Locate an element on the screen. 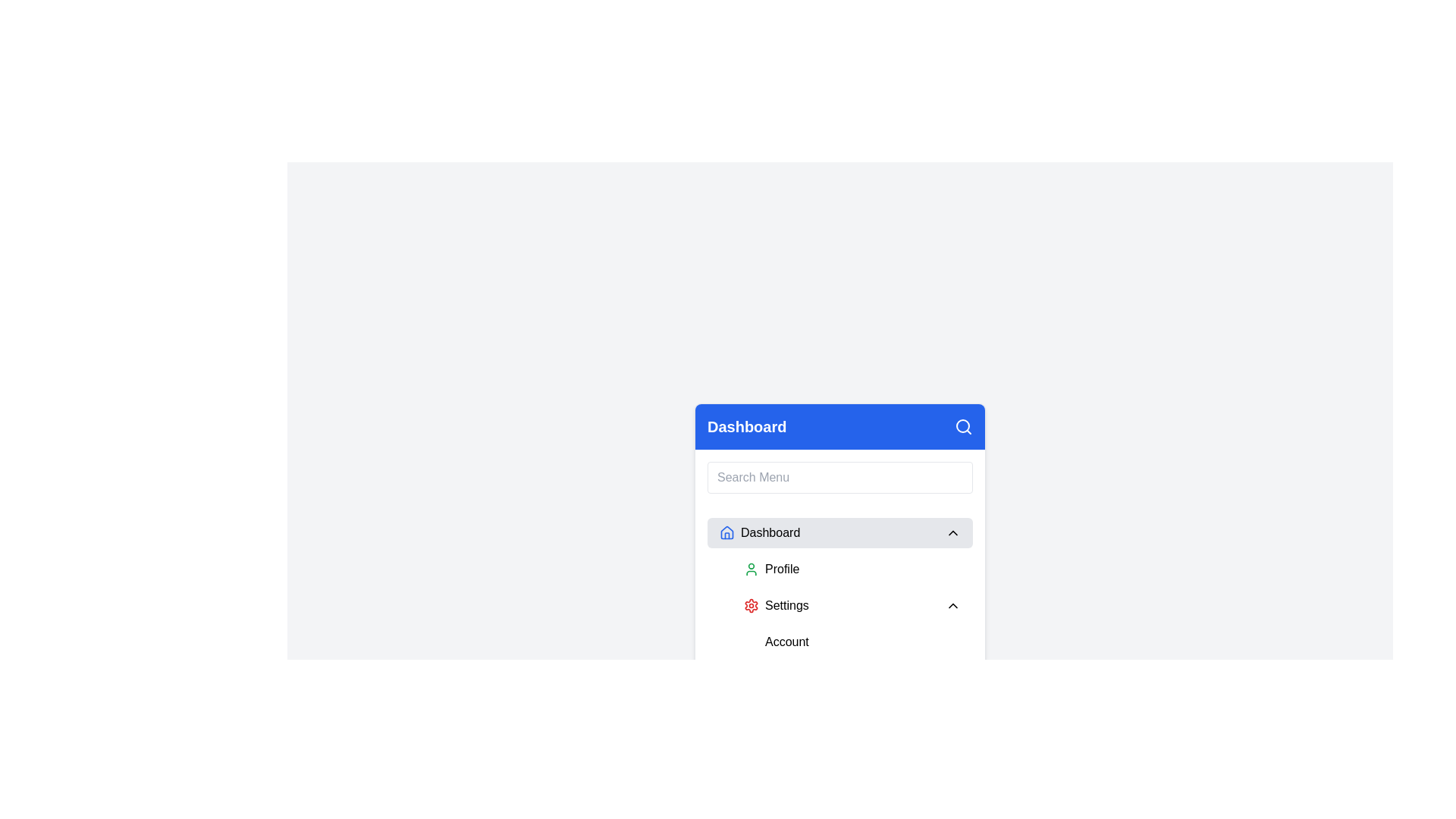 The image size is (1456, 819). the selectable menu item with gear icon and text is located at coordinates (775, 604).